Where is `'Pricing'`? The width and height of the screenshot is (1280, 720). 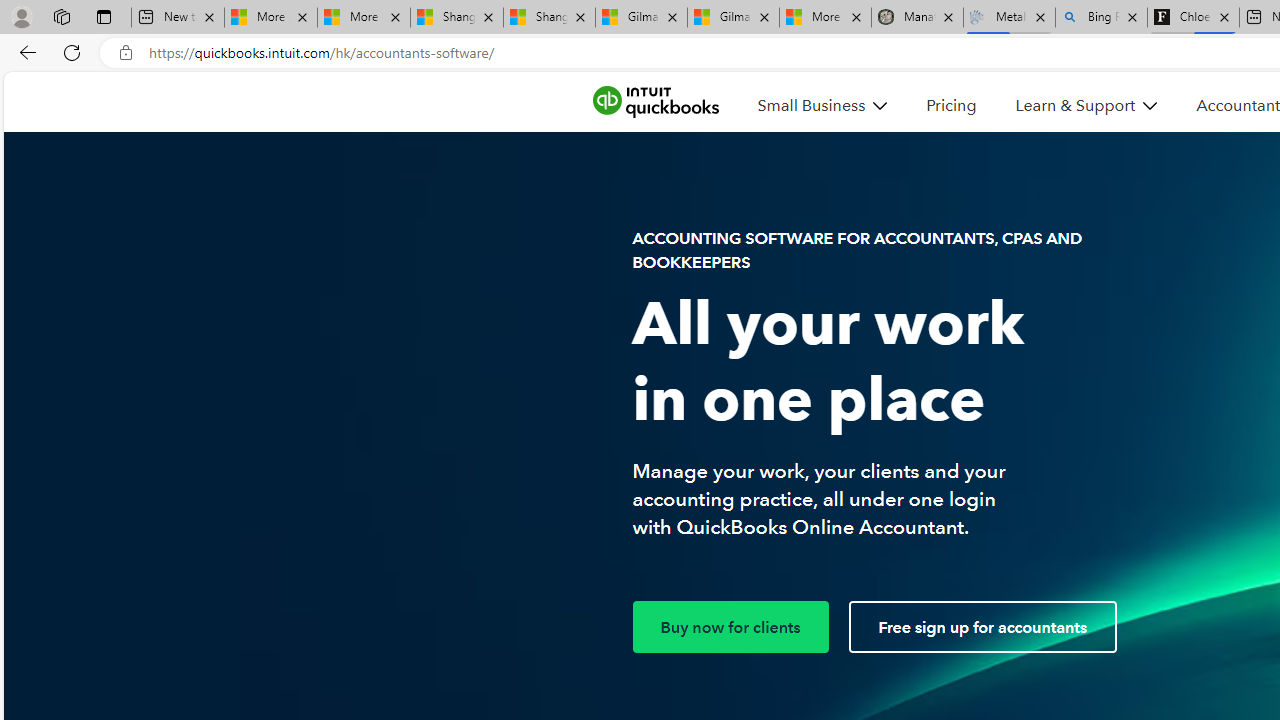
'Pricing' is located at coordinates (950, 105).